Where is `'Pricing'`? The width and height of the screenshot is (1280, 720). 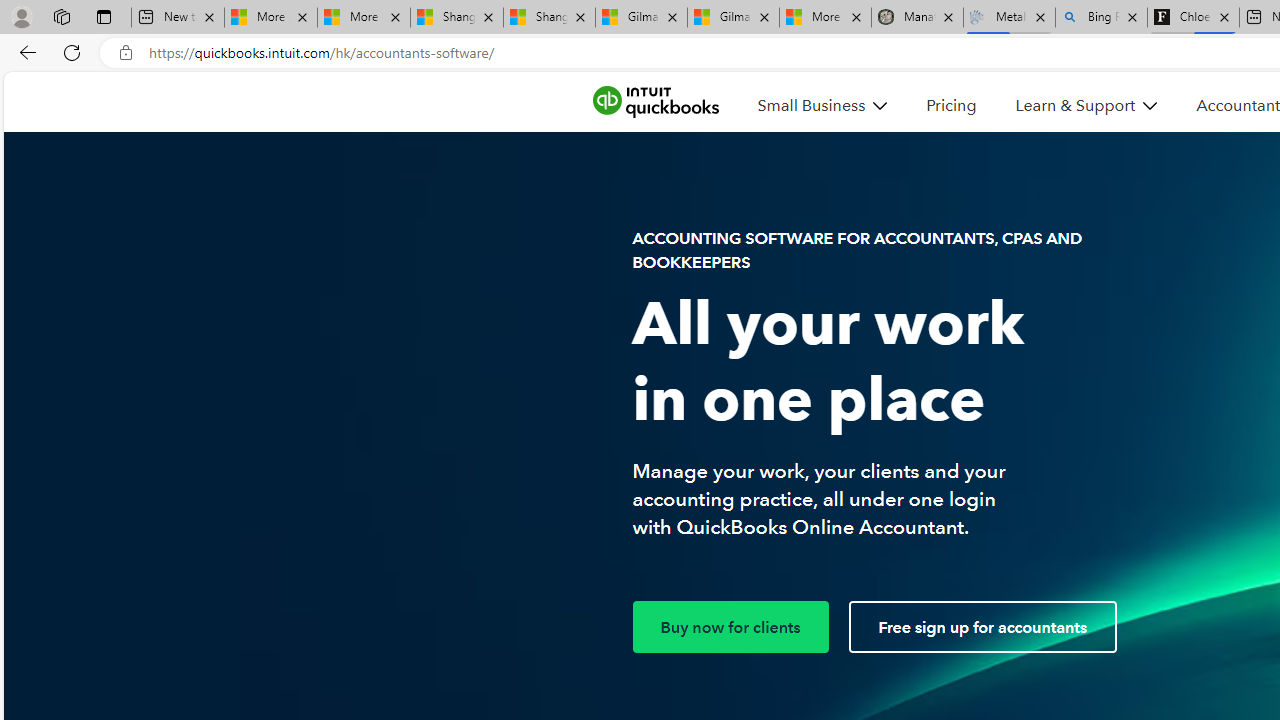
'Pricing' is located at coordinates (950, 105).